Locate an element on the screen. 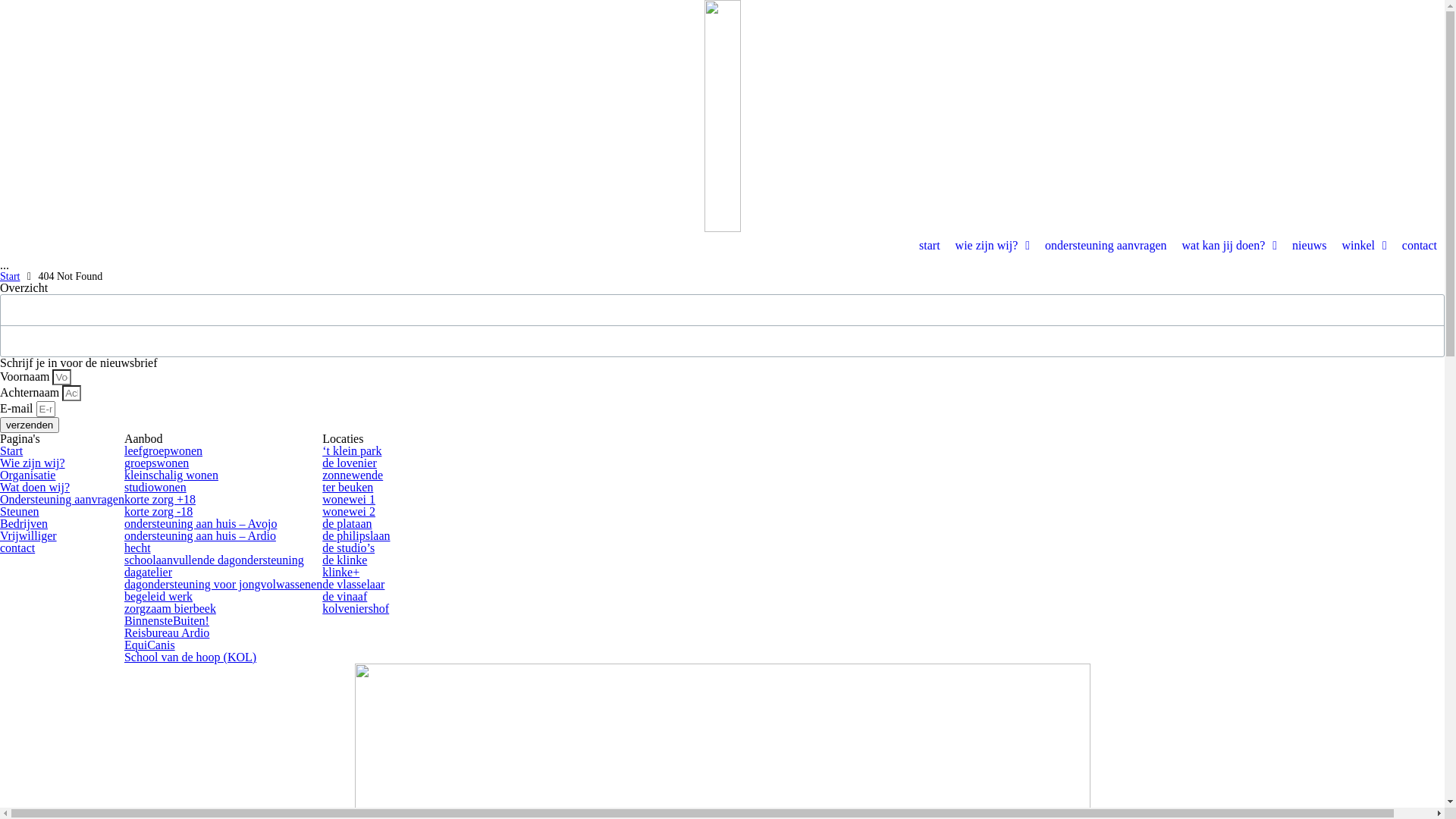 The image size is (1456, 819). 'ondersteuning aanvragen' is located at coordinates (1106, 245).